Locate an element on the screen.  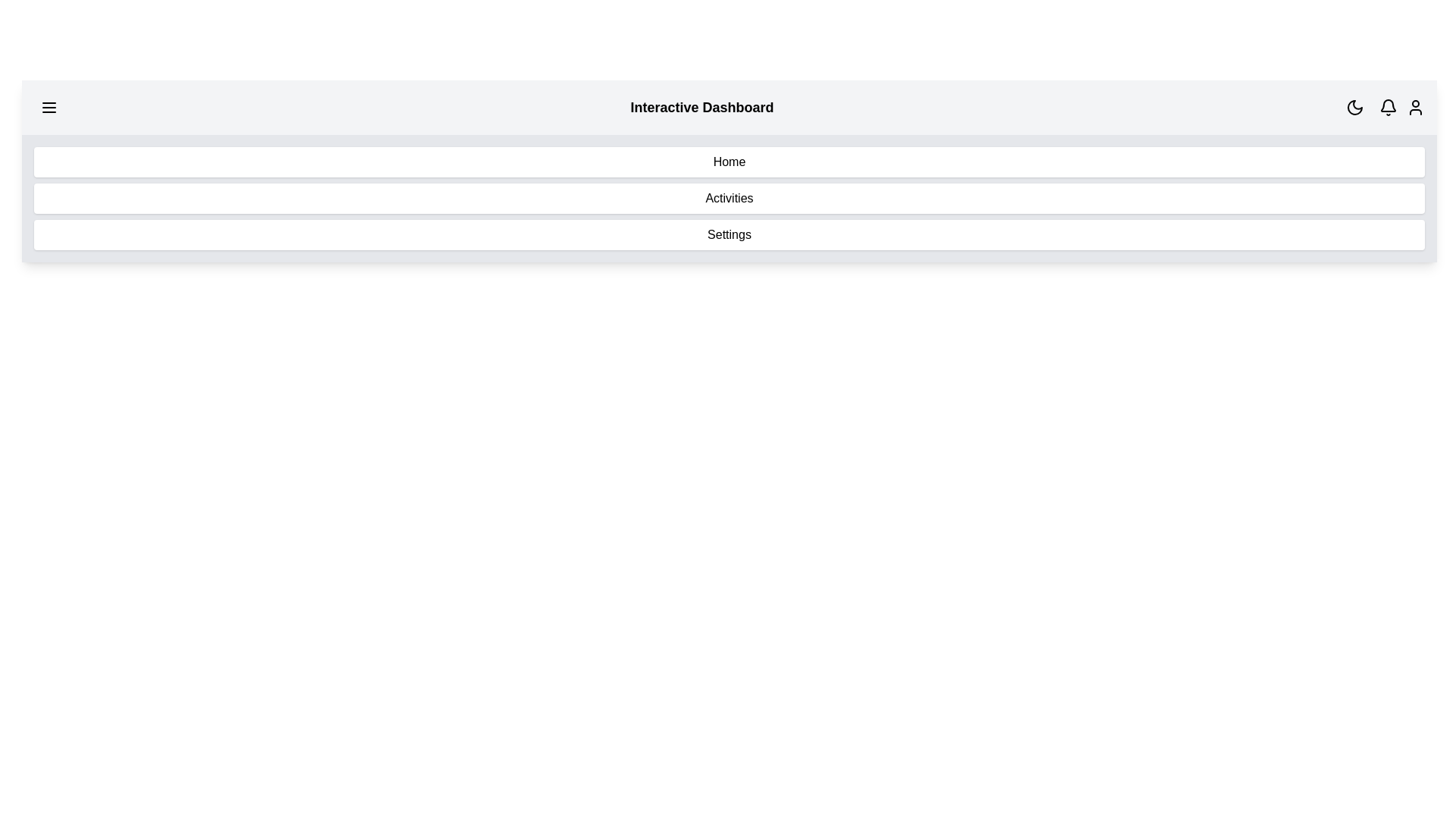
the menu item Settings from the navigation menu is located at coordinates (729, 234).